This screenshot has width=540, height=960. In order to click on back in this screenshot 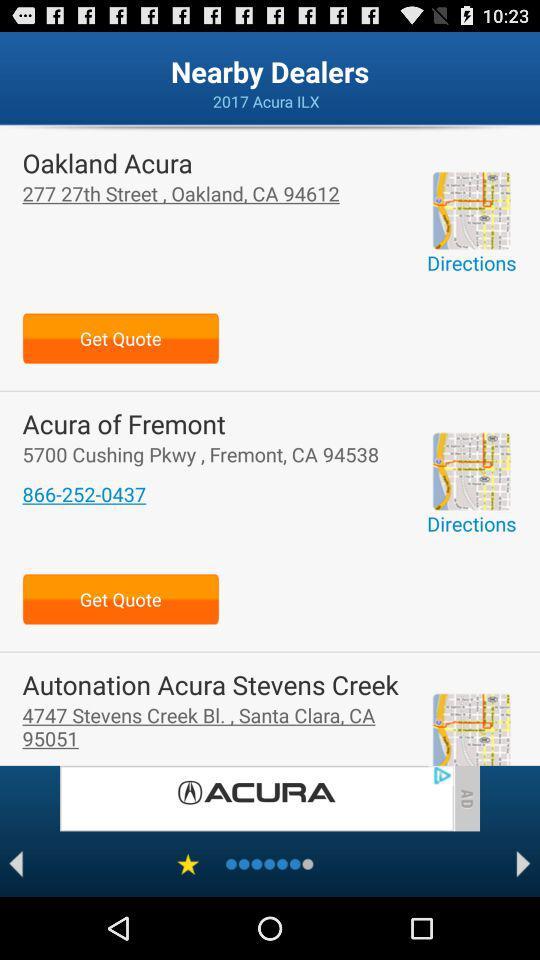, I will do `click(15, 863)`.